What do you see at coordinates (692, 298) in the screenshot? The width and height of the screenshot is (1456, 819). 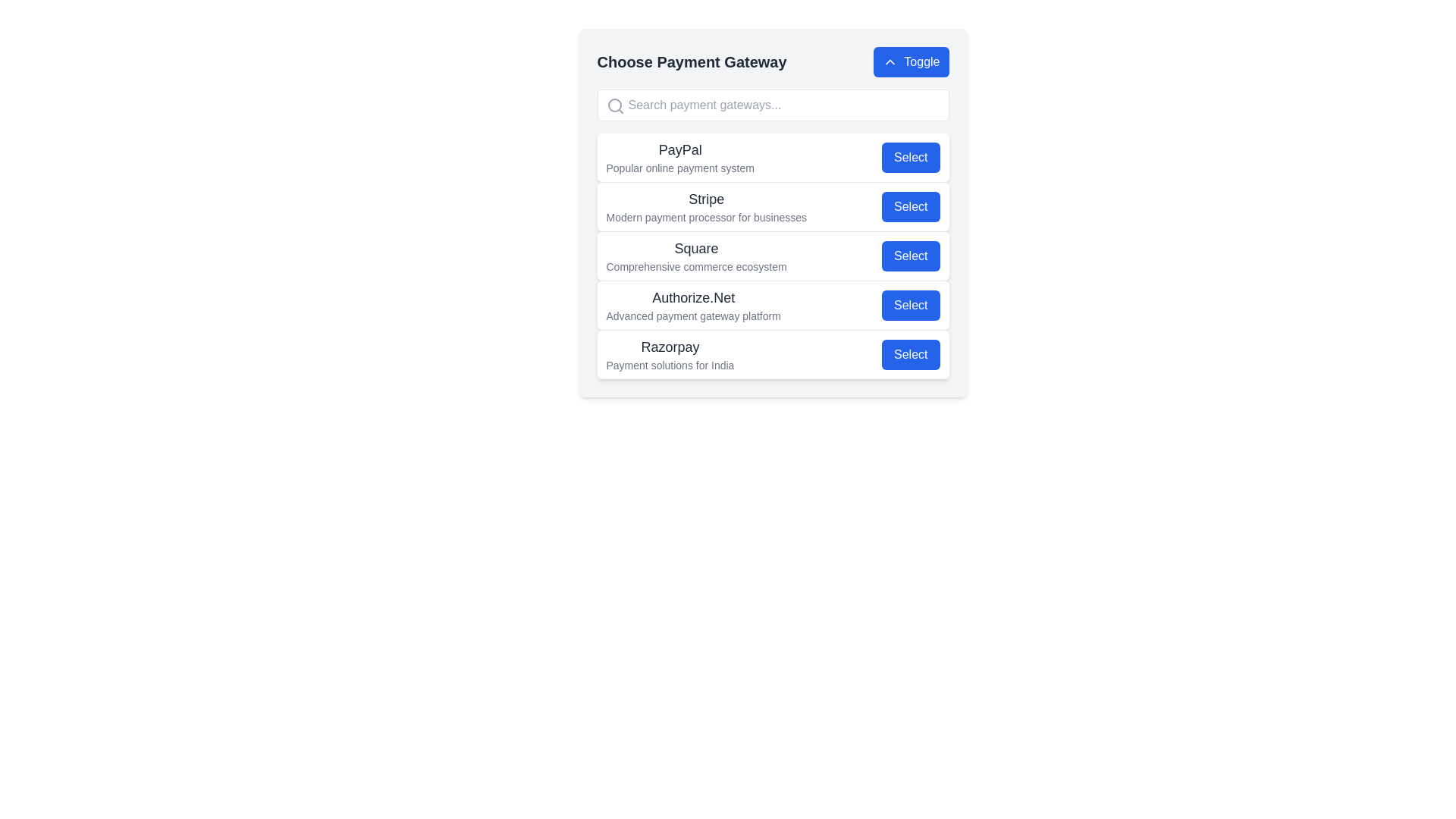 I see `the 'Authorize.Net' label displaying the payment gateway name for user identification and selection` at bounding box center [692, 298].